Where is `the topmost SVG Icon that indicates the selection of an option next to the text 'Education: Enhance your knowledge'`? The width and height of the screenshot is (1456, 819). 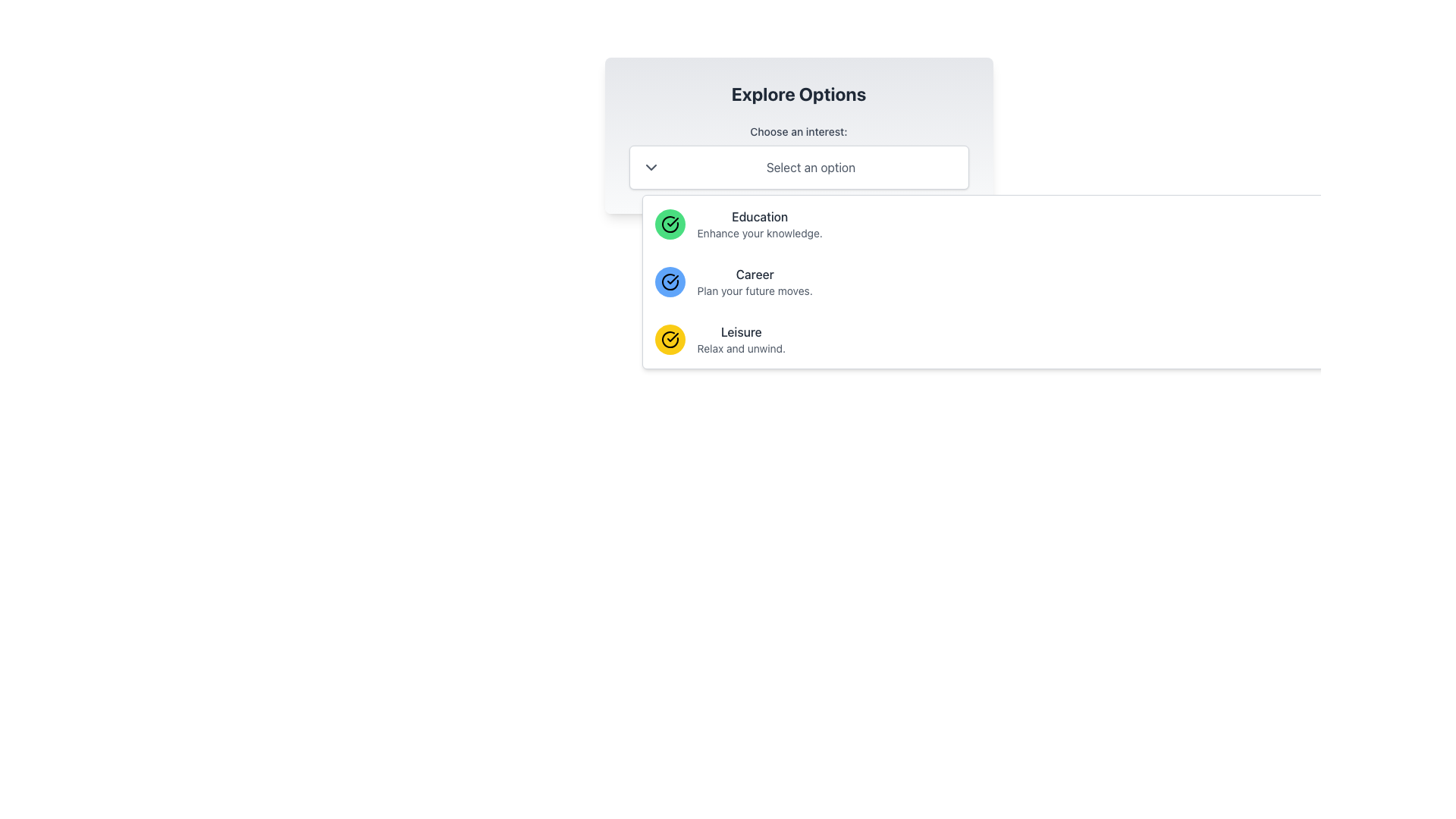 the topmost SVG Icon that indicates the selection of an option next to the text 'Education: Enhance your knowledge' is located at coordinates (669, 224).